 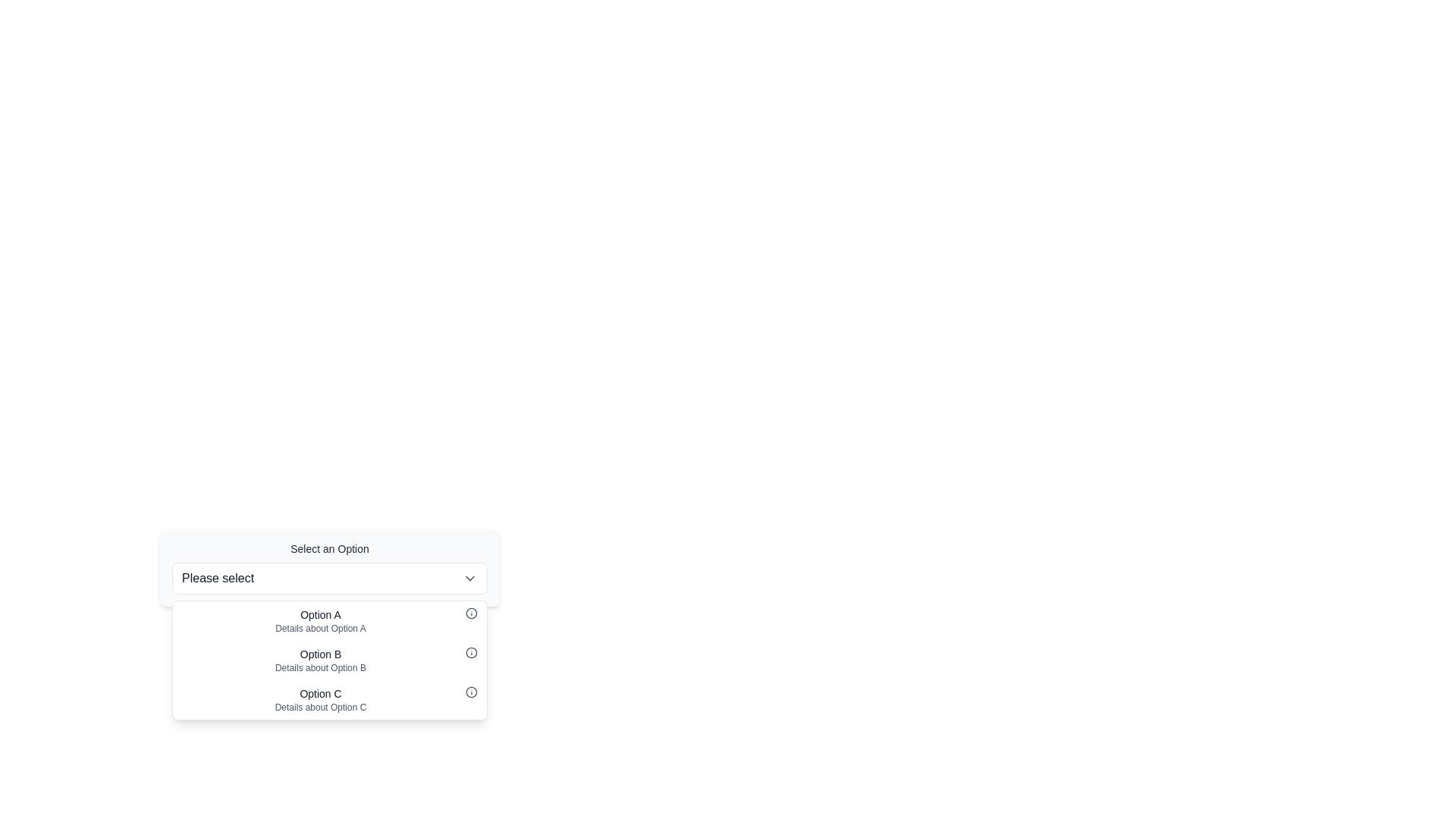 What do you see at coordinates (319, 699) in the screenshot?
I see `the third option labeled 'Option C' in the drop-down menu to prepare for selection` at bounding box center [319, 699].